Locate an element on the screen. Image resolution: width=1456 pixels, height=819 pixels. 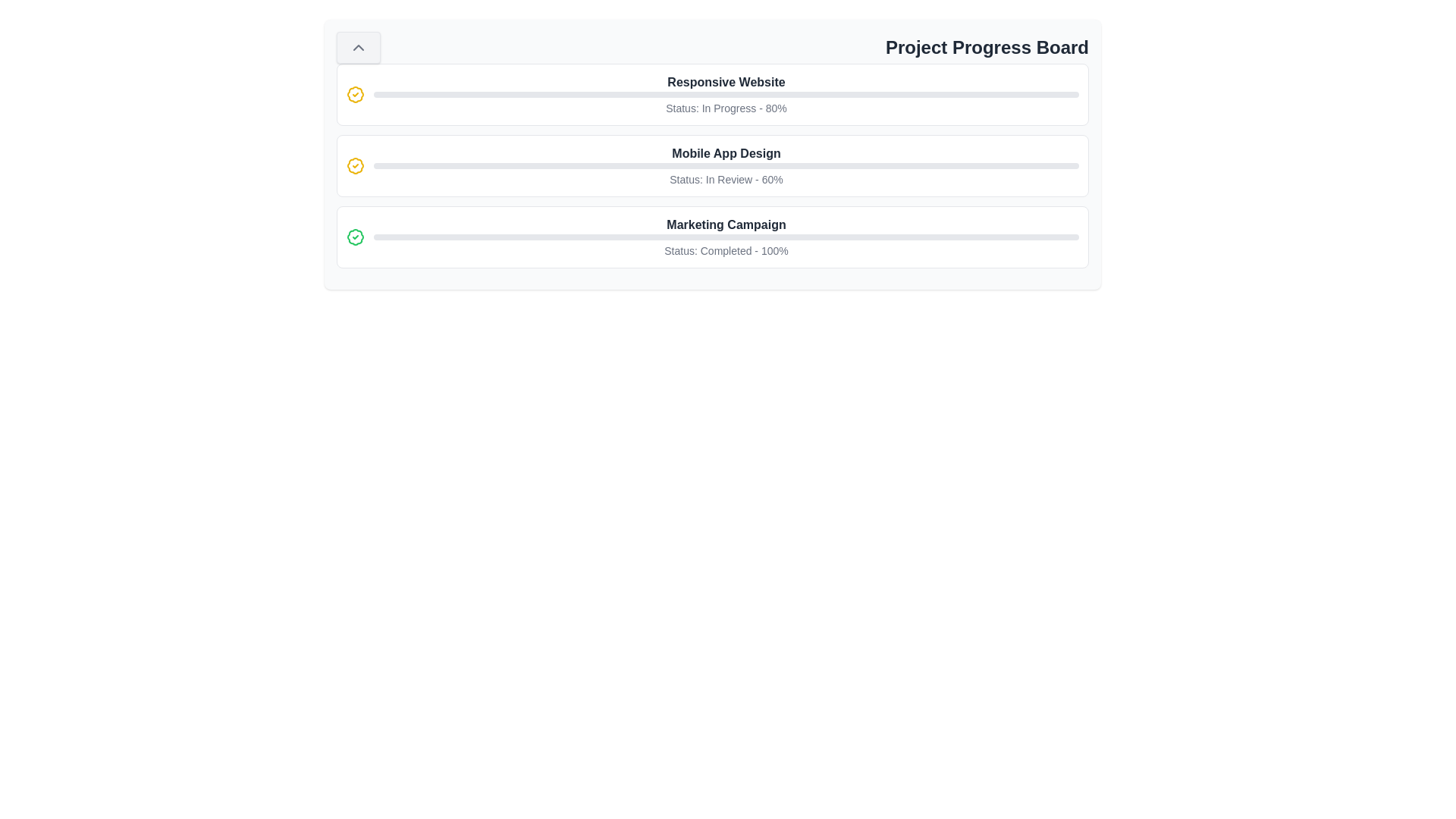
the progress bar representing the 'Marketing Campaign' project which shows 100% completion, filled entirely in blue, located below the title 'Marketing Campaign' is located at coordinates (726, 237).